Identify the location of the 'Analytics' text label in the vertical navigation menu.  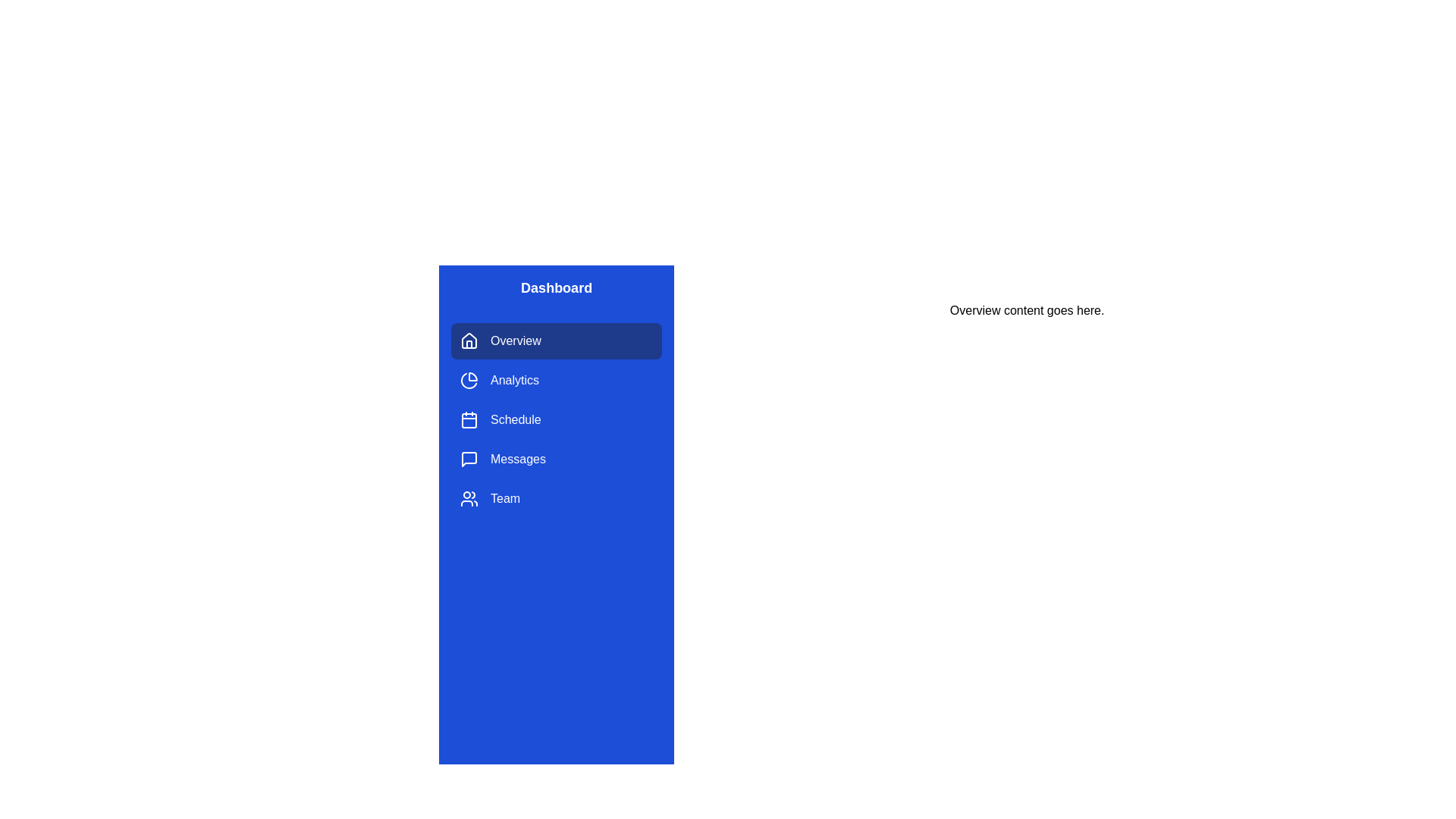
(515, 379).